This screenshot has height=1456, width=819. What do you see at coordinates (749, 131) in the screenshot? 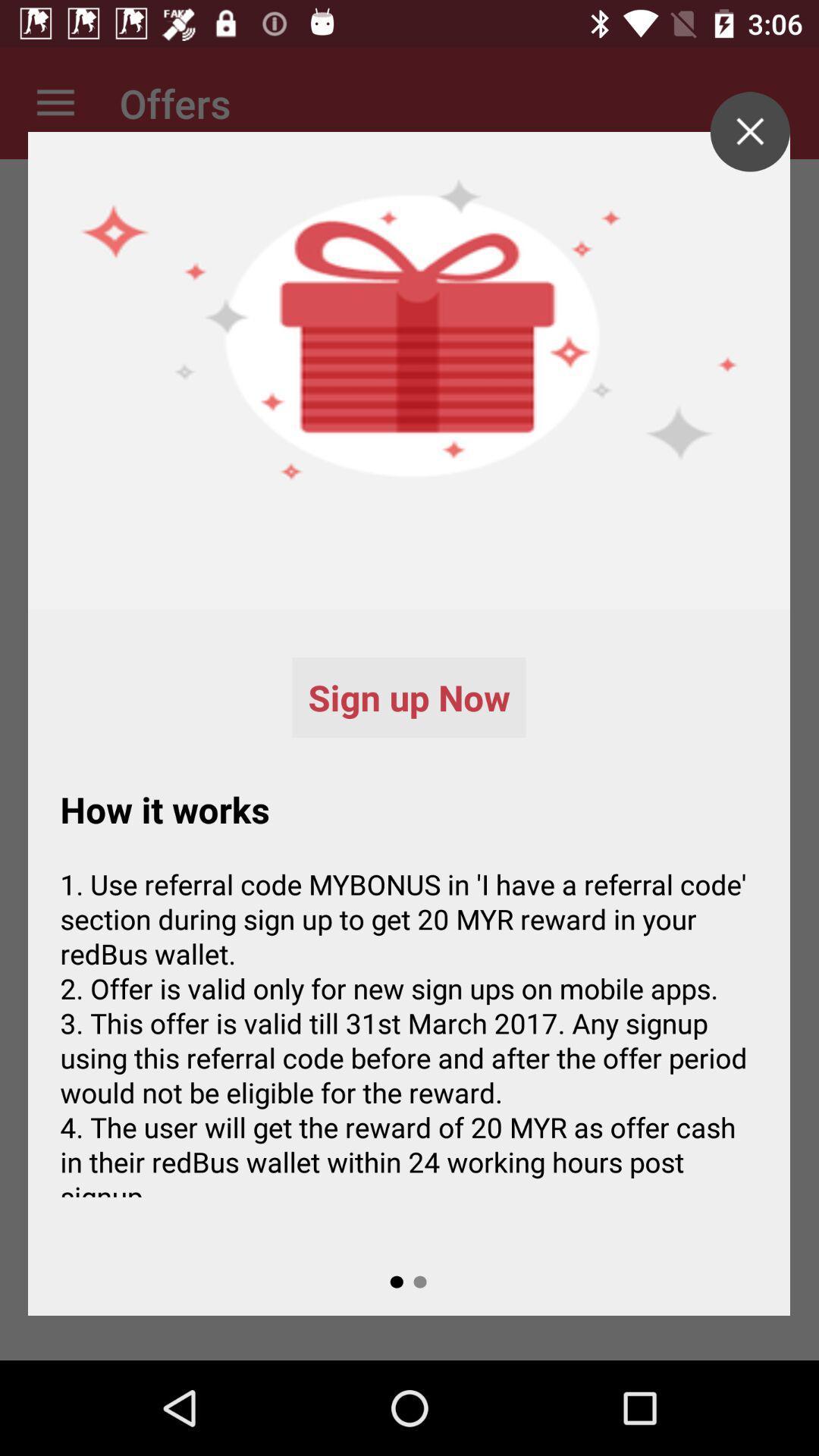
I see `the current window` at bounding box center [749, 131].